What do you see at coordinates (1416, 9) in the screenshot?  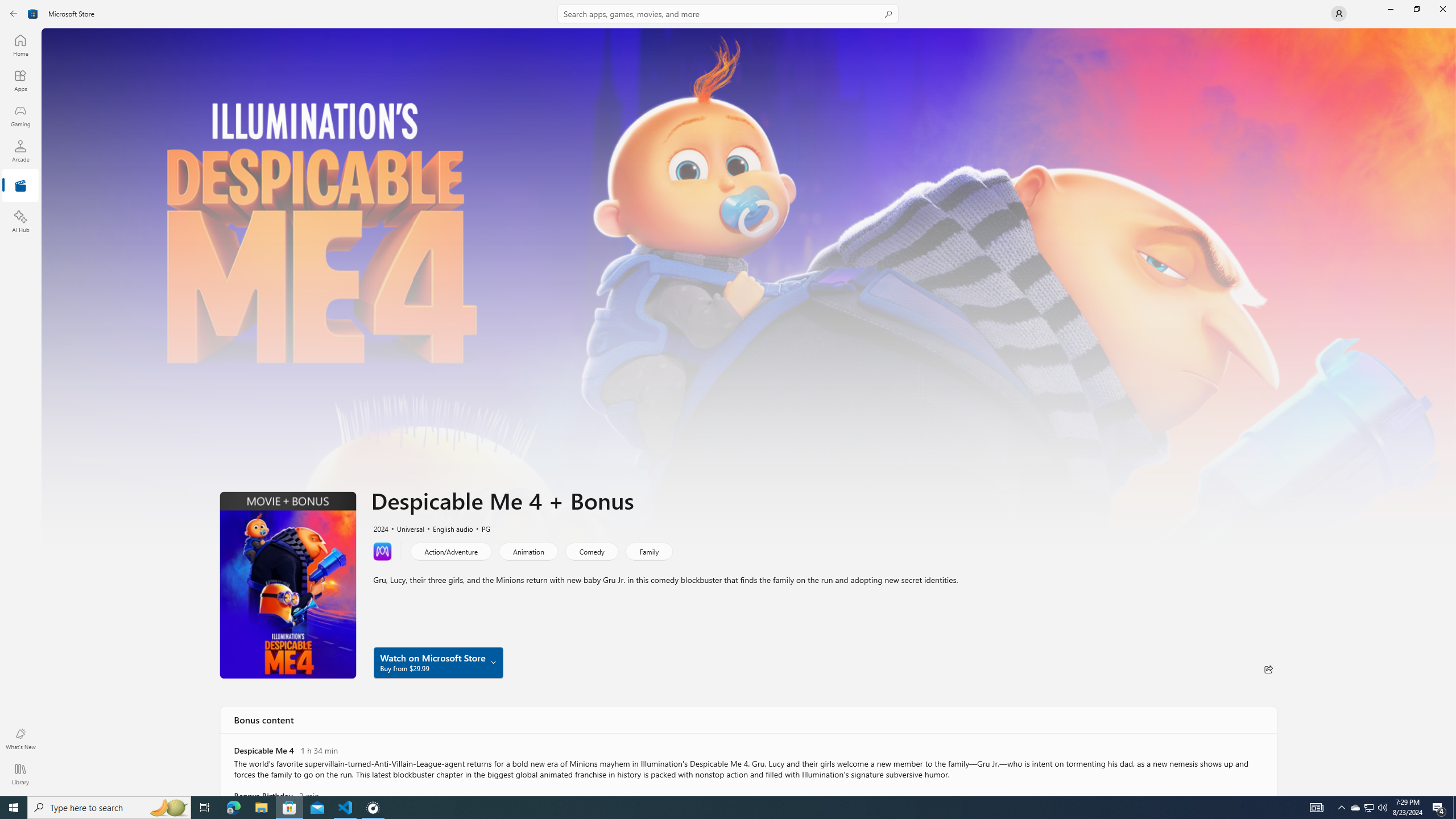 I see `'Restore Microsoft Store'` at bounding box center [1416, 9].